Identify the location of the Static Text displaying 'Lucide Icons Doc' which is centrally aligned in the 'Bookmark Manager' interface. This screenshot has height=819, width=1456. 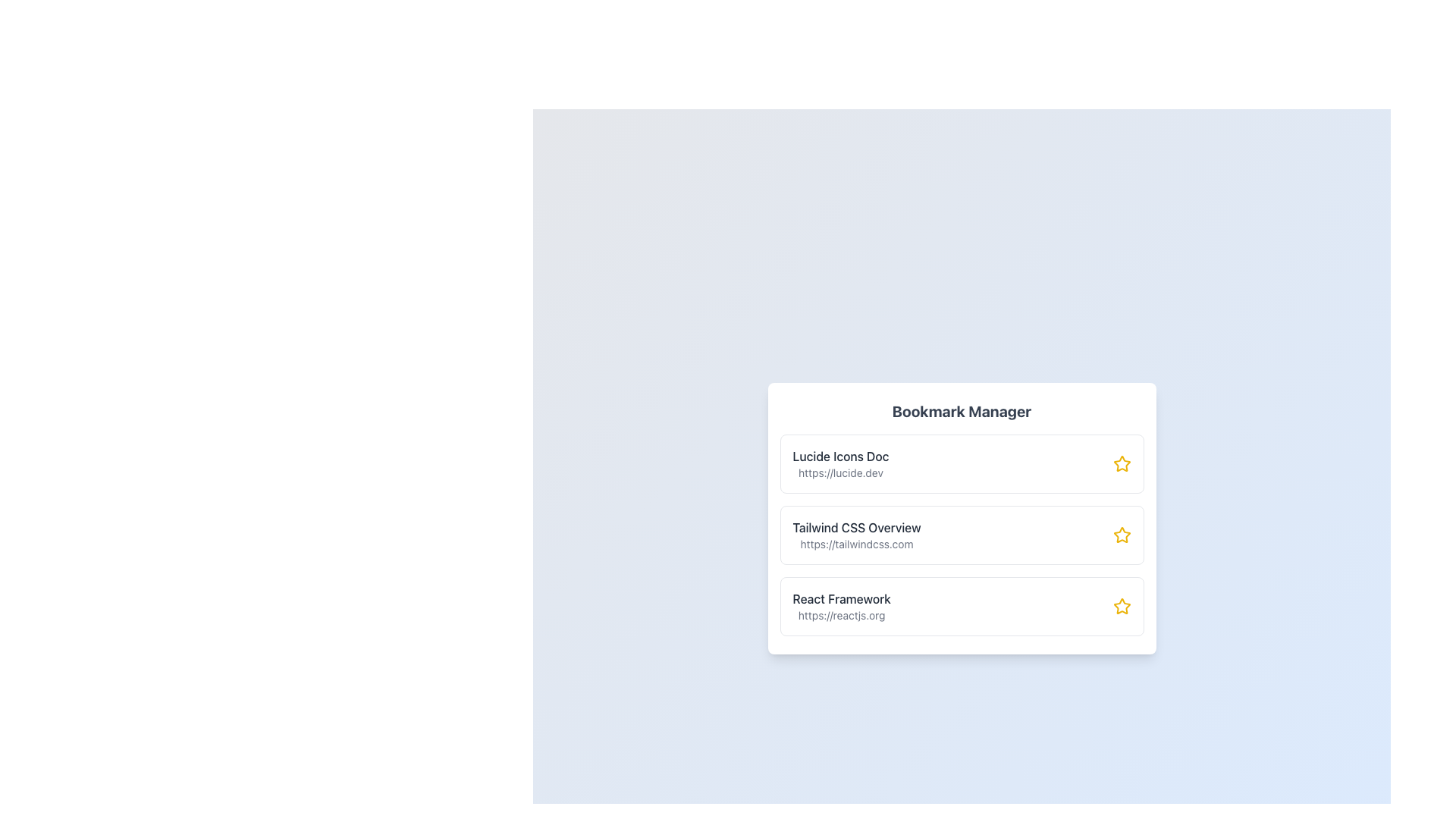
(839, 455).